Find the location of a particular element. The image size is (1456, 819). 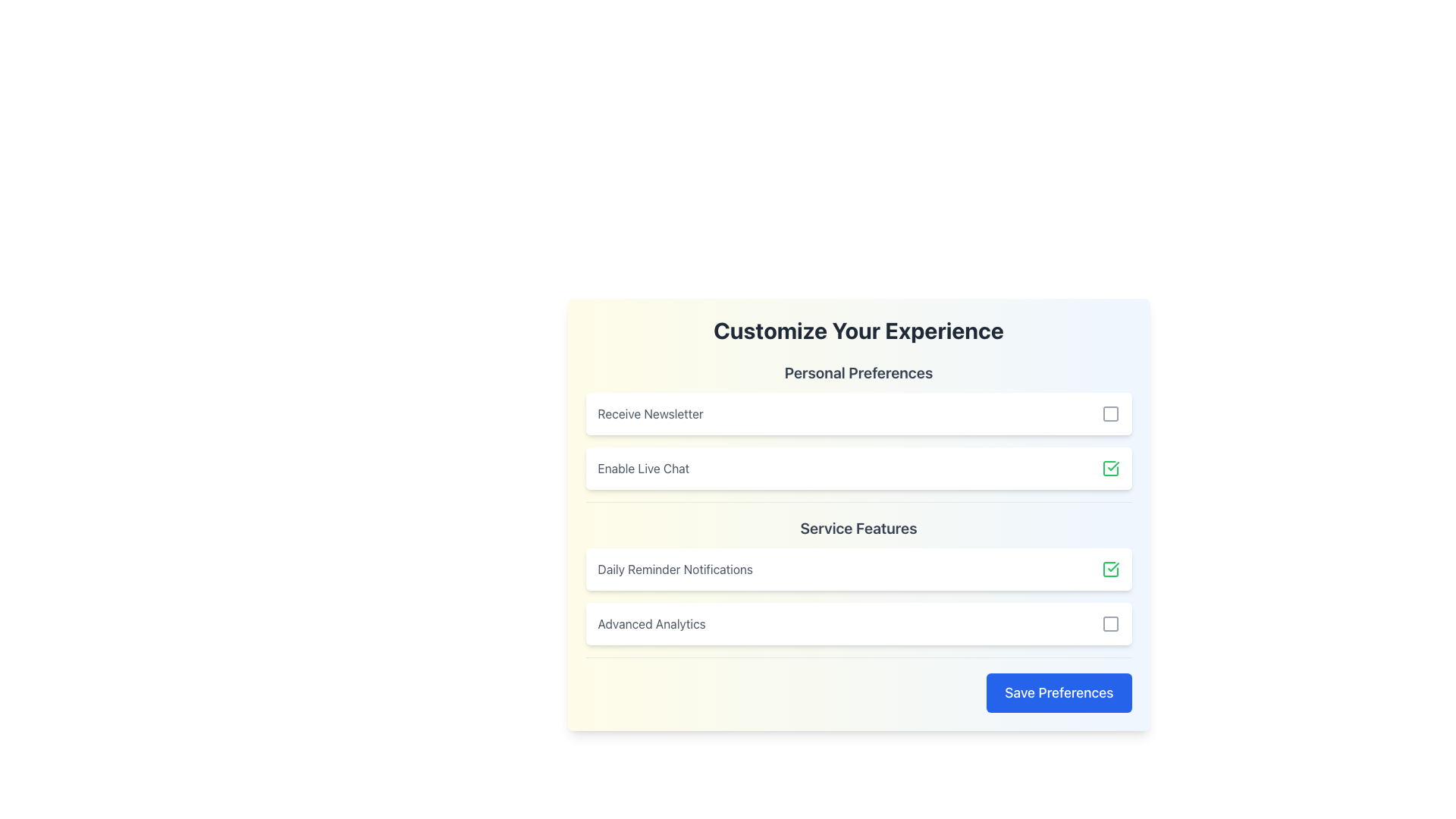

the checkbox is located at coordinates (1110, 414).